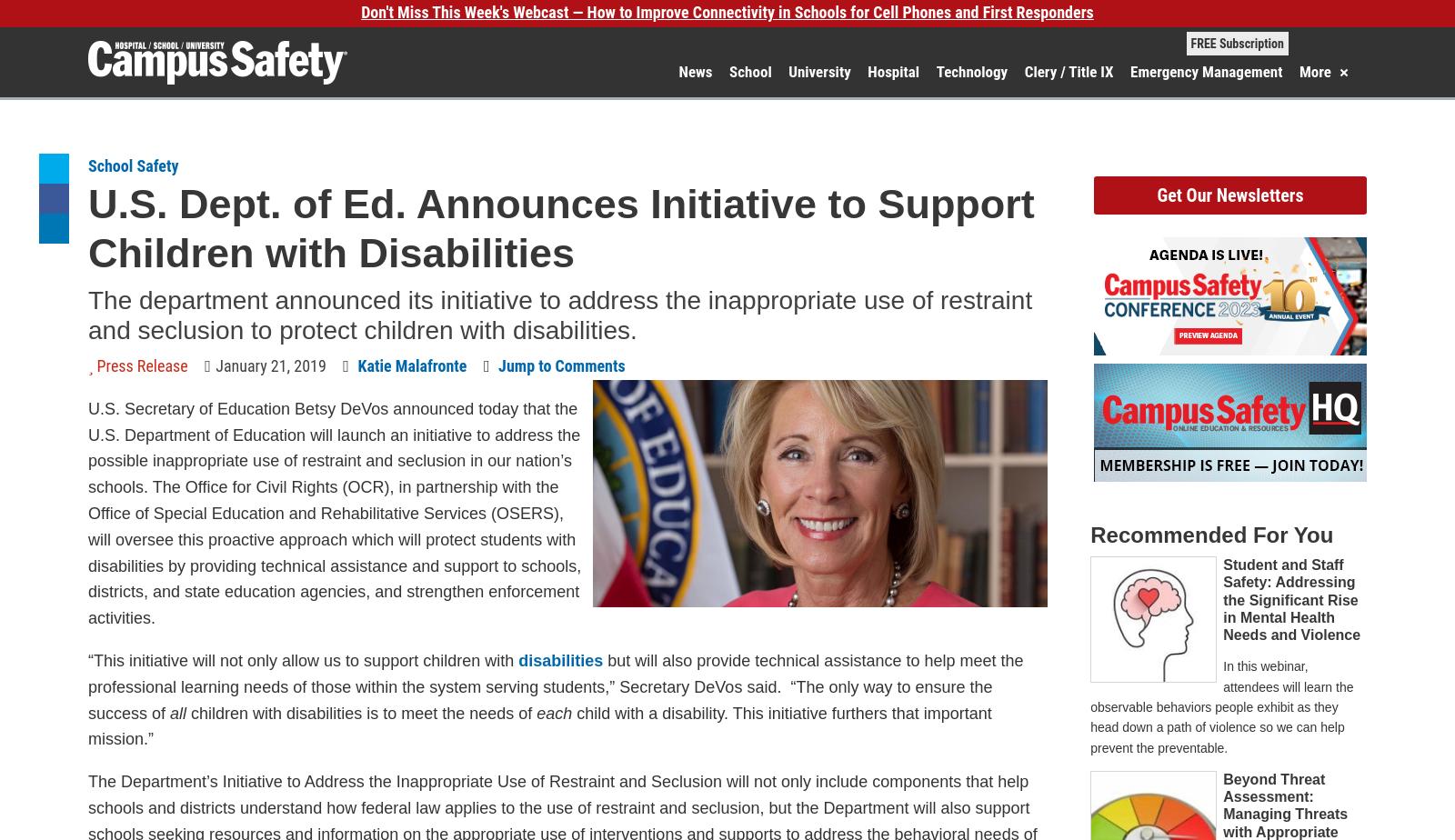  What do you see at coordinates (561, 365) in the screenshot?
I see `'Jump to Comments'` at bounding box center [561, 365].